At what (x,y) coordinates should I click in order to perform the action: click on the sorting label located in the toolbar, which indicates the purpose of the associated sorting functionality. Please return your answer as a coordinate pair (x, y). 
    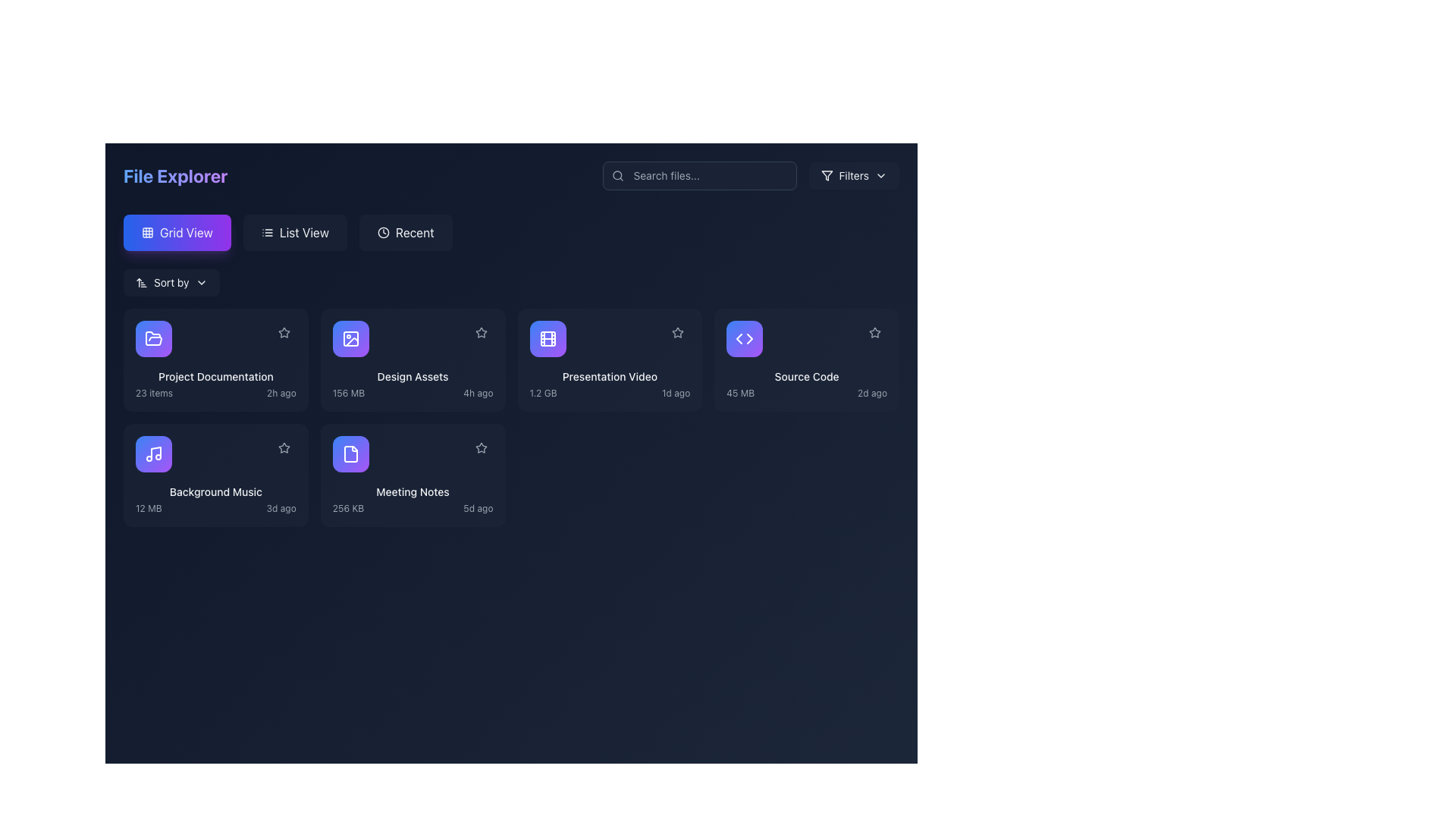
    Looking at the image, I should click on (171, 283).